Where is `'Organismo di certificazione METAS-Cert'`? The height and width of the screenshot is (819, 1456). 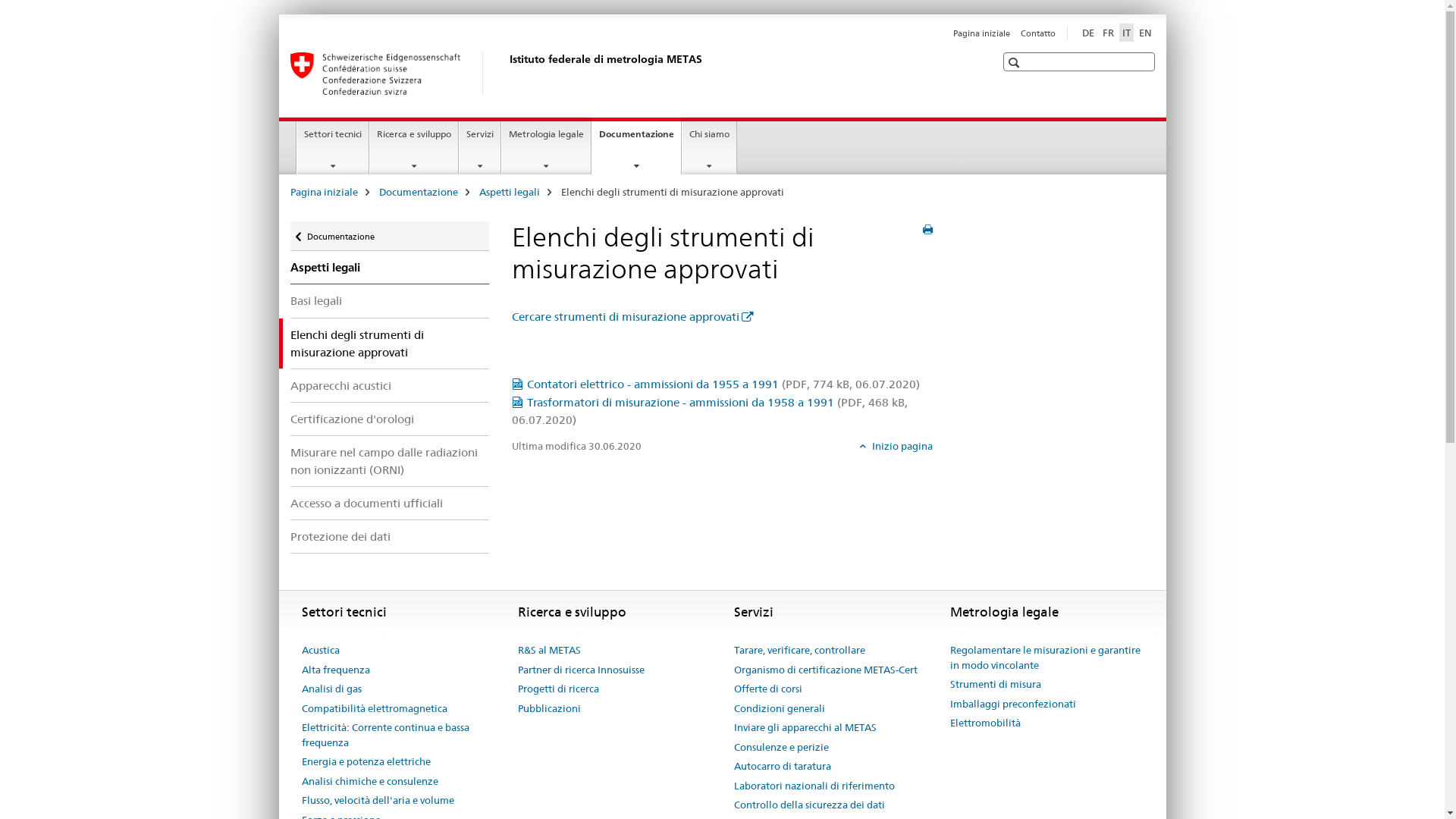
'Organismo di certificazione METAS-Cert' is located at coordinates (734, 669).